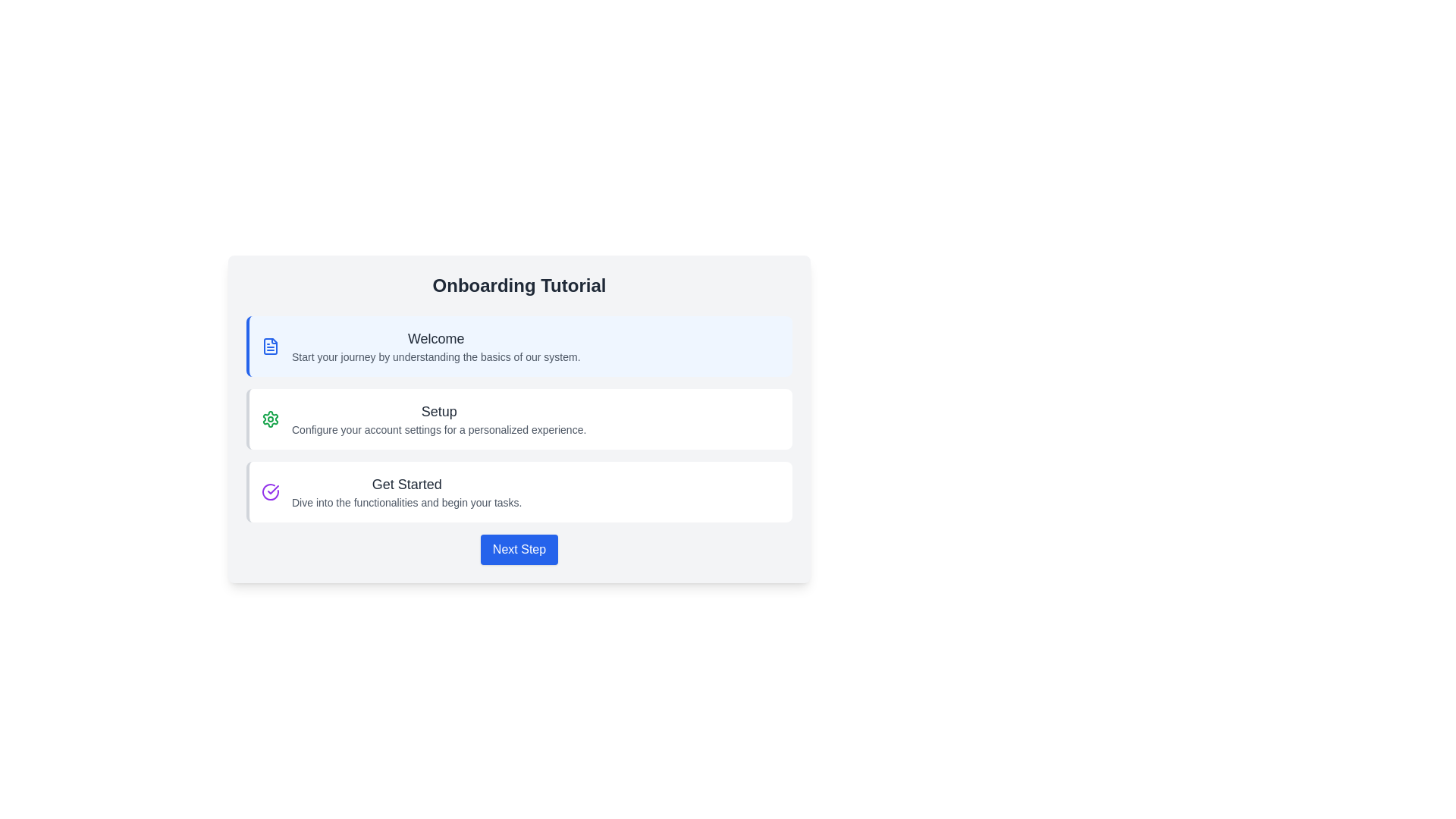 Image resolution: width=1456 pixels, height=819 pixels. Describe the element at coordinates (270, 419) in the screenshot. I see `the center of the gear-shaped settings icon, which is located at the top right of the interface` at that location.